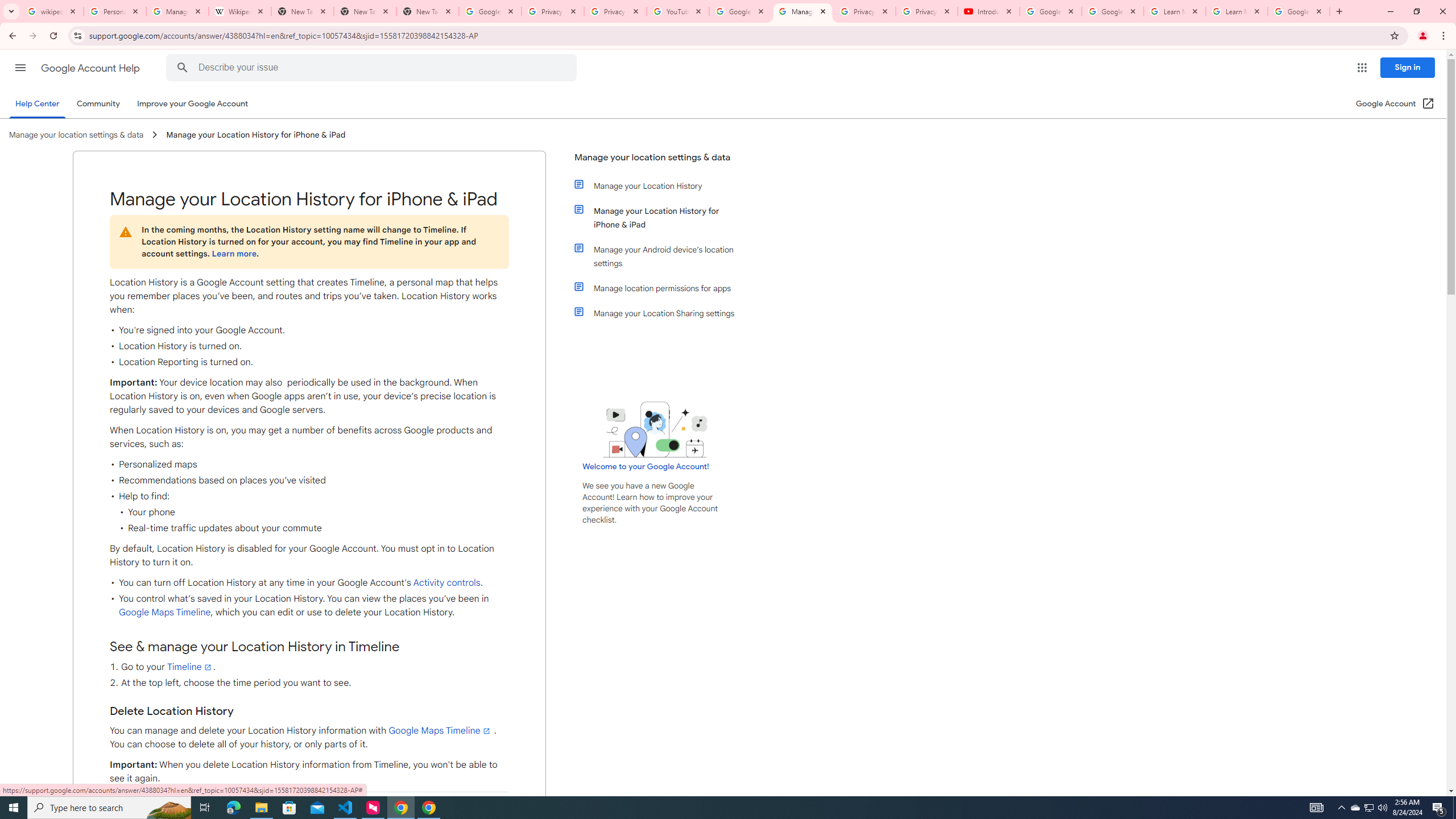 This screenshot has height=819, width=1456. Describe the element at coordinates (645, 466) in the screenshot. I see `'Welcome to your Google Account!'` at that location.